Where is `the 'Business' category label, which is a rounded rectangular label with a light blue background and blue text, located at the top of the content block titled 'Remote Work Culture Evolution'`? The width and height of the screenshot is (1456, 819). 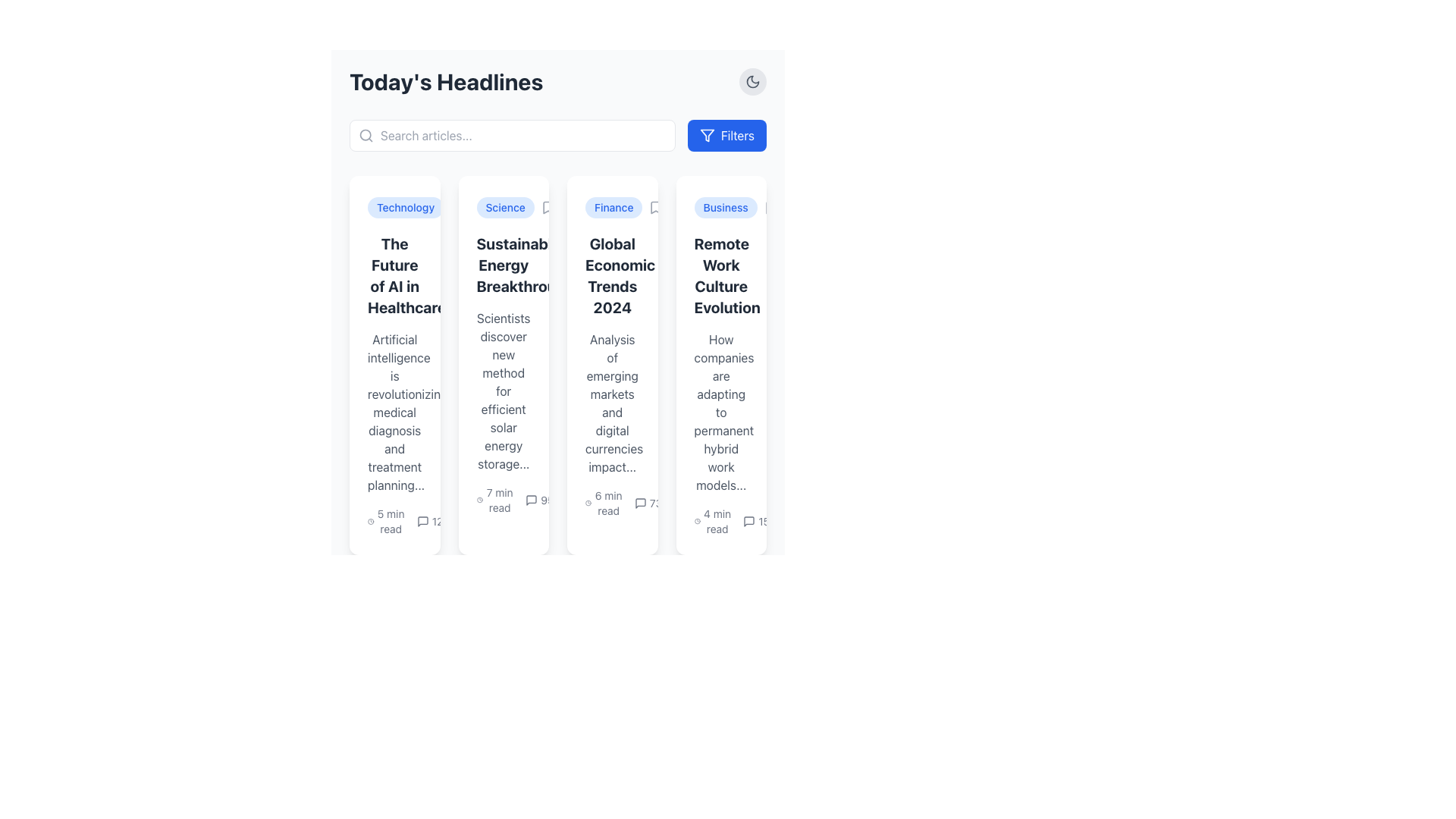
the 'Business' category label, which is a rounded rectangular label with a light blue background and blue text, located at the top of the content block titled 'Remote Work Culture Evolution' is located at coordinates (720, 207).